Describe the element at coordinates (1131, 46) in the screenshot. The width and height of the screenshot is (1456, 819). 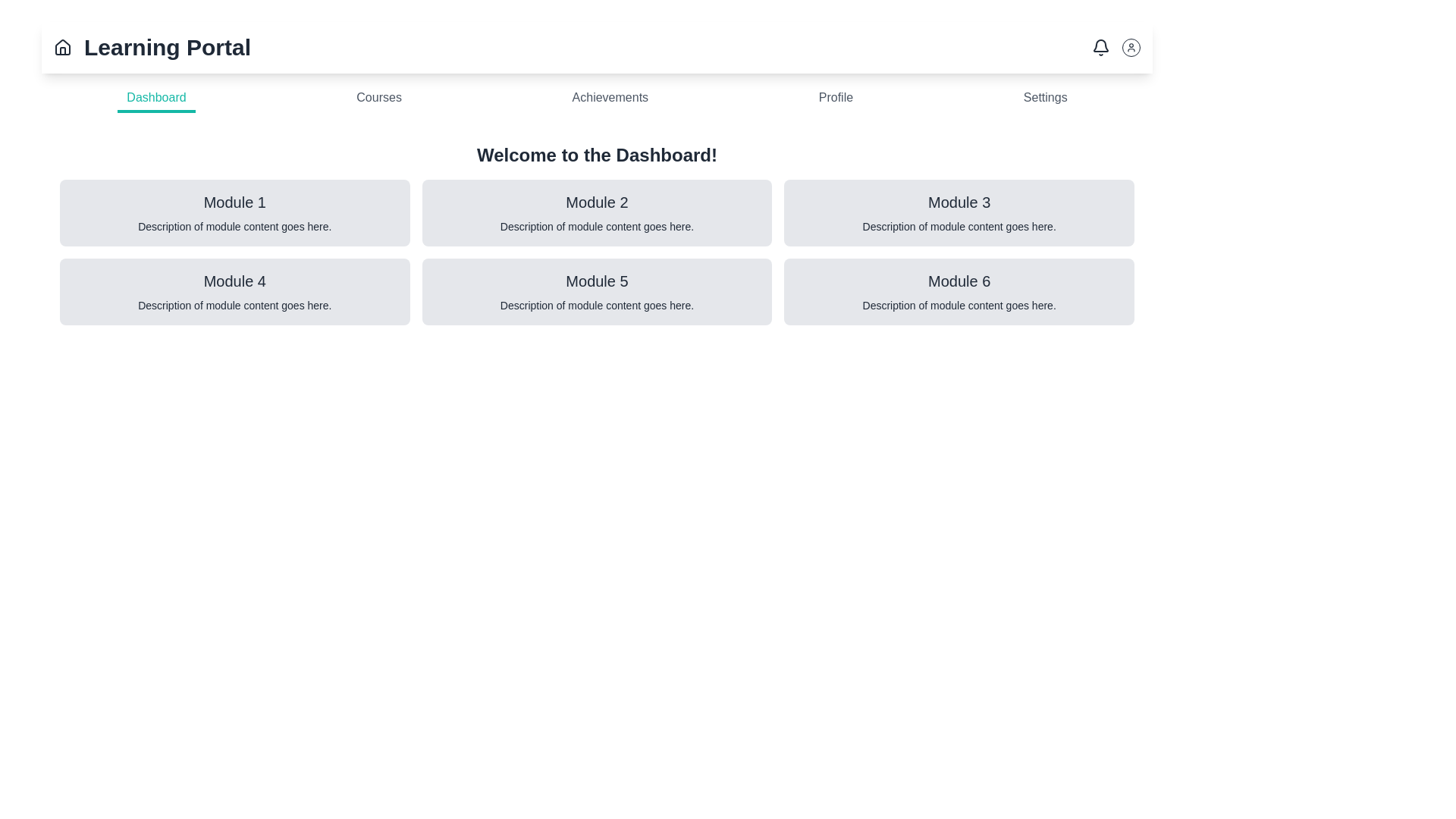
I see `the circular user profile icon located in the top-right corner of the interface` at that location.